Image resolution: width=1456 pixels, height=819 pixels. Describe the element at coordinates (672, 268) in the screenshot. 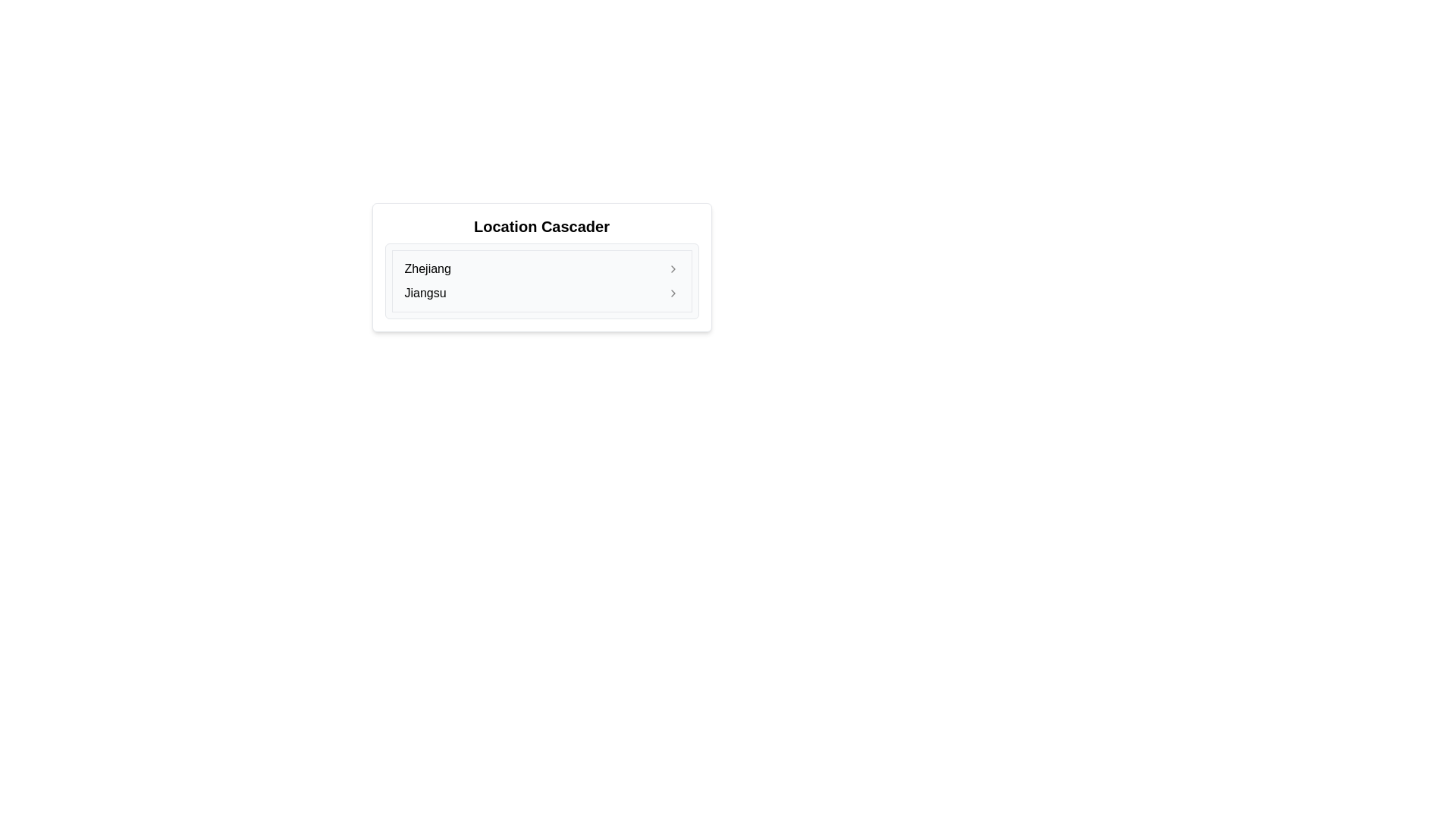

I see `the chevron icon located to the far right of the 'Zhejiang' entry` at that location.